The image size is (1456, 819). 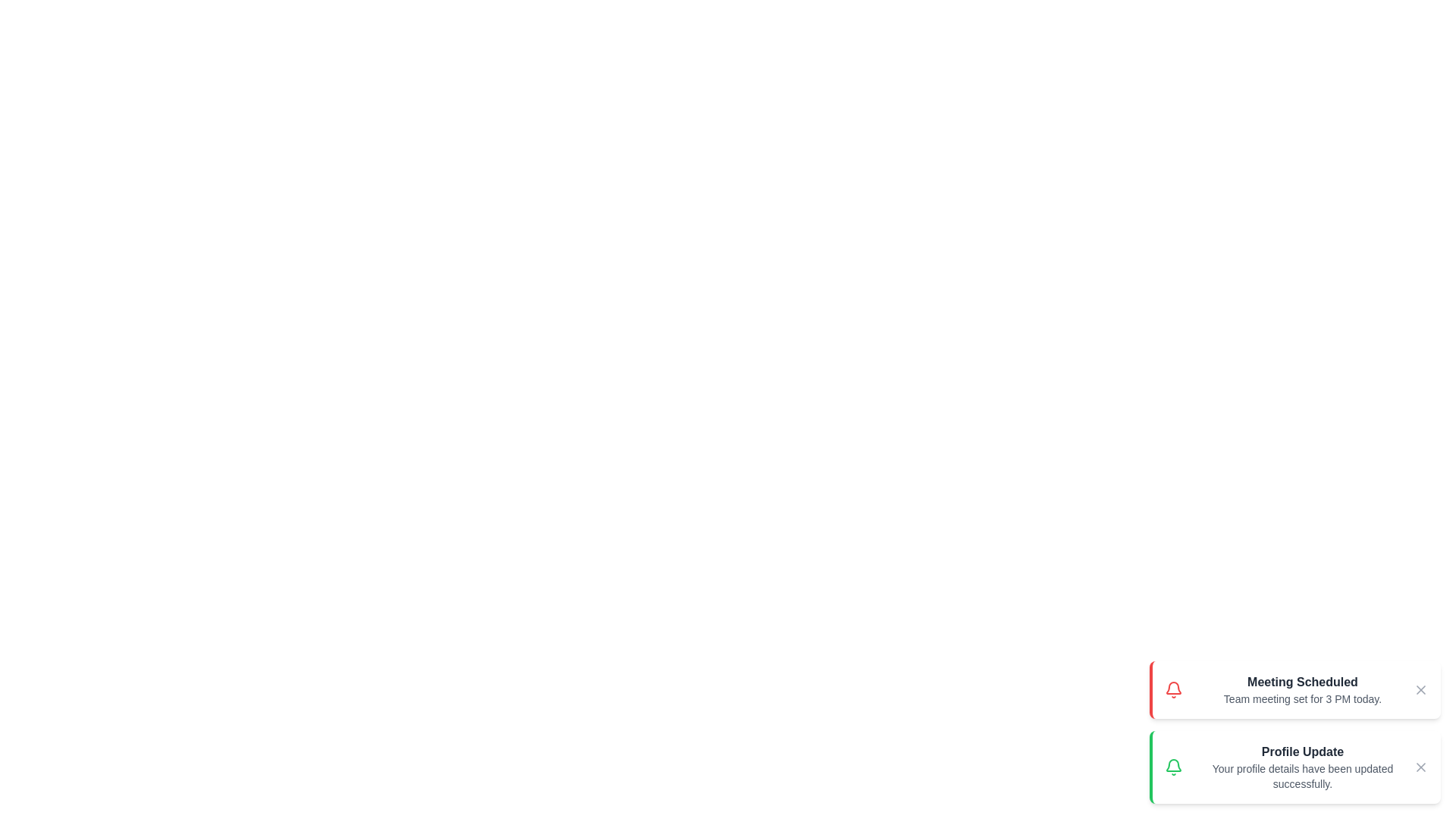 I want to click on the title and description of a notification by selecting 2, so click(x=1294, y=767).